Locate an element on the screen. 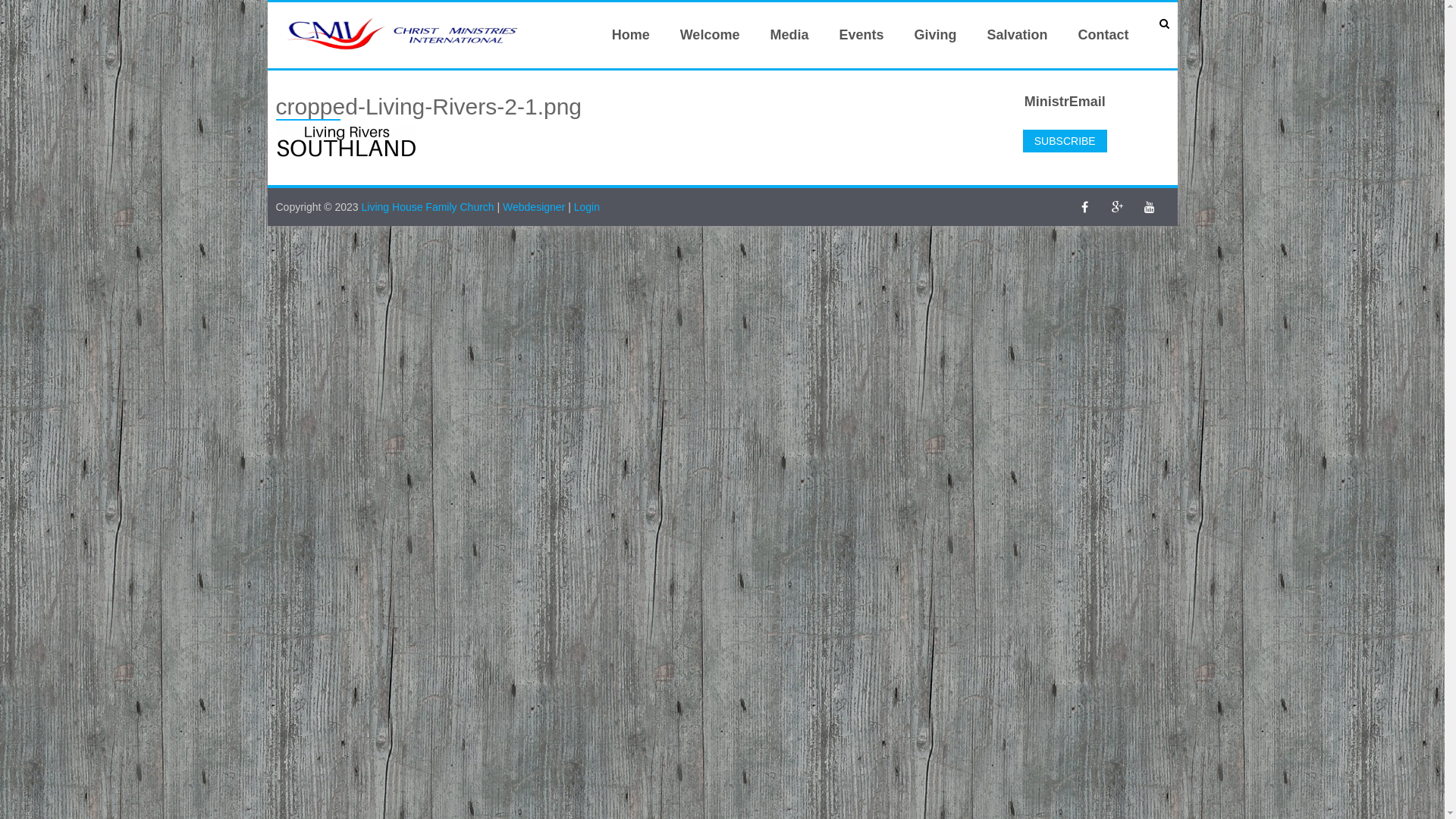 The image size is (1456, 819). 'Living House Family Church' is located at coordinates (428, 207).